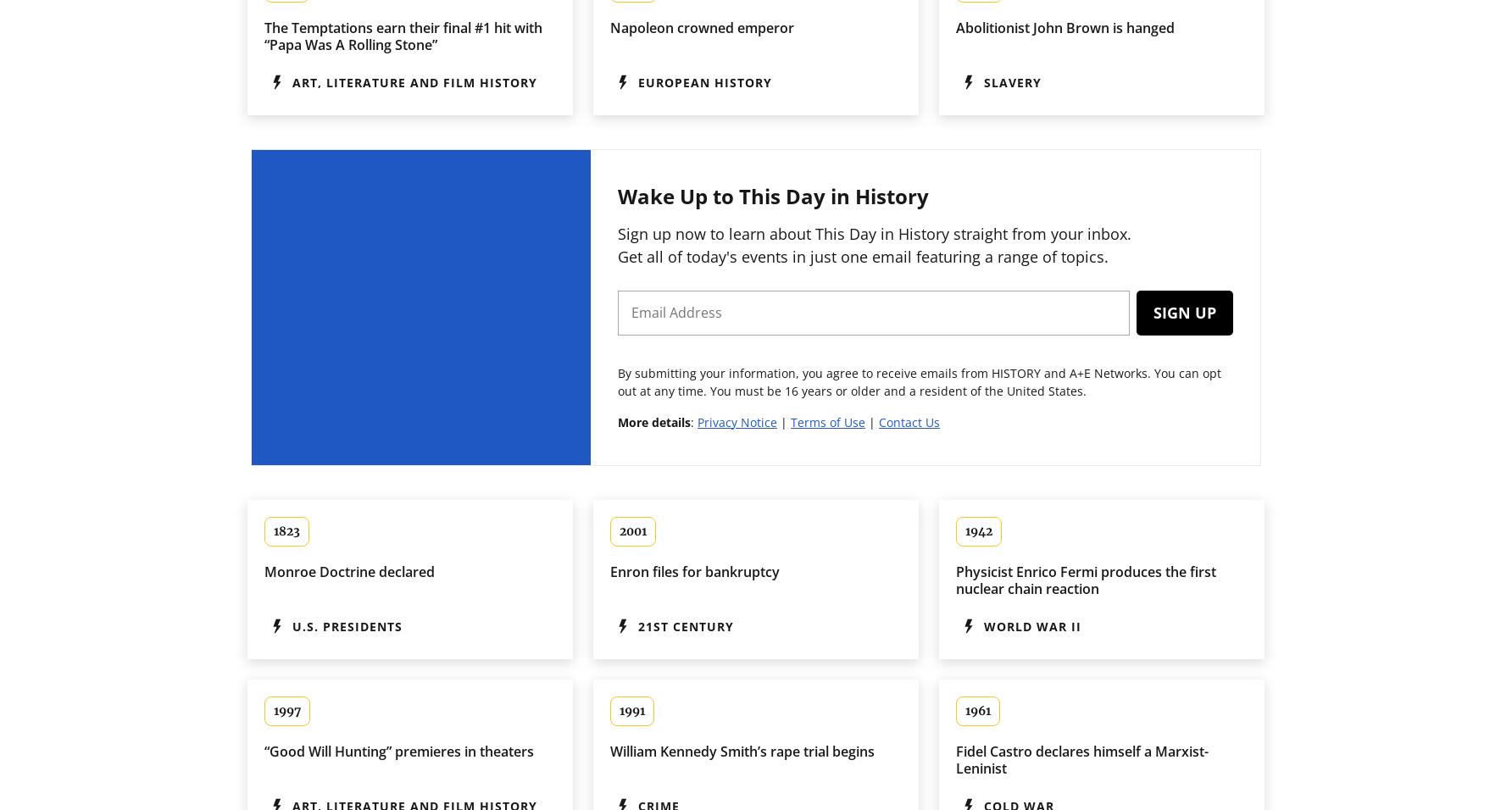  Describe the element at coordinates (965, 710) in the screenshot. I see `'1961'` at that location.